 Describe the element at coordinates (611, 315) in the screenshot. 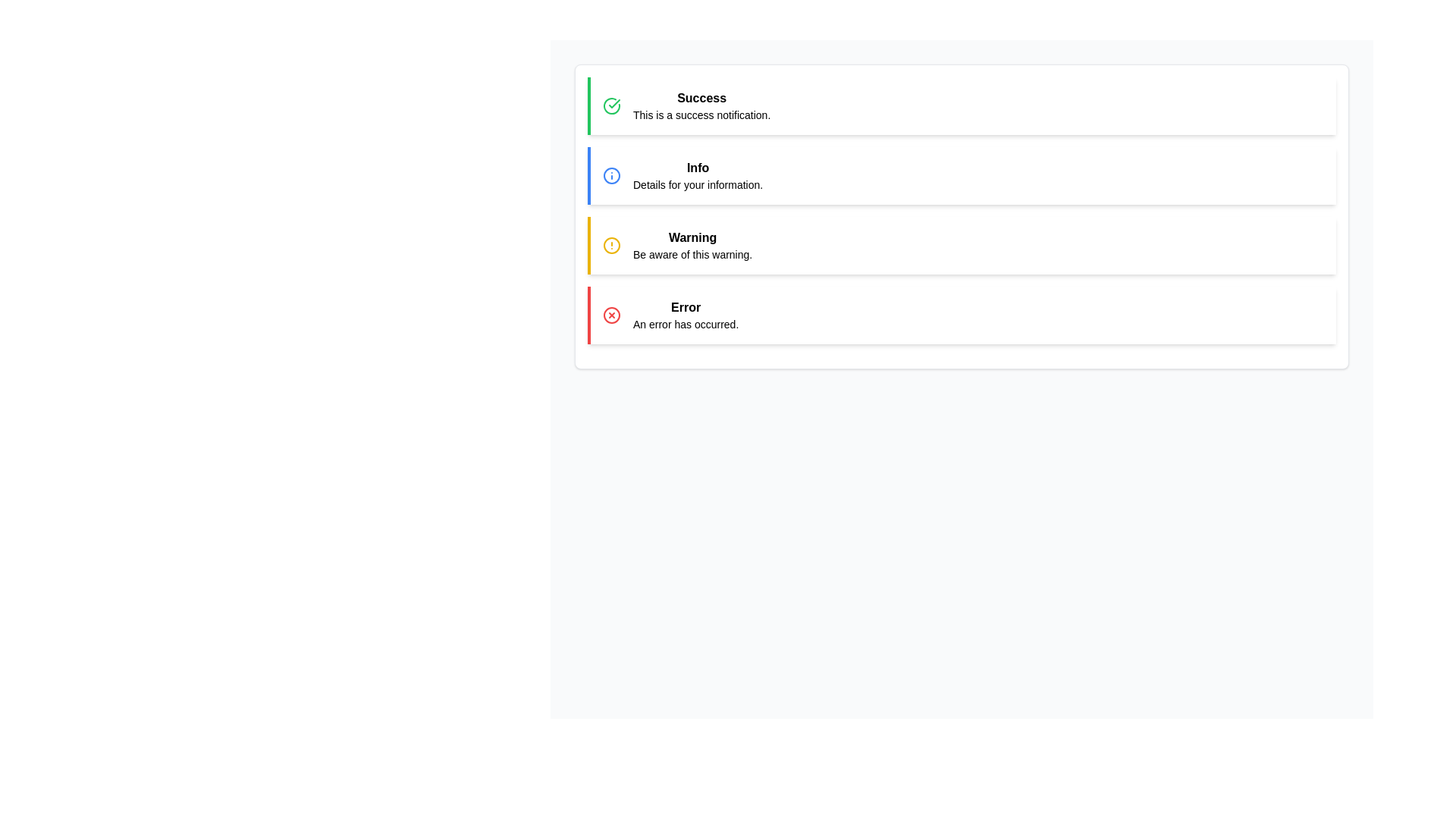

I see `the rounded red error icon with a bold 'X' at the leftmost side of the error notification card, which indicates an error state` at that location.